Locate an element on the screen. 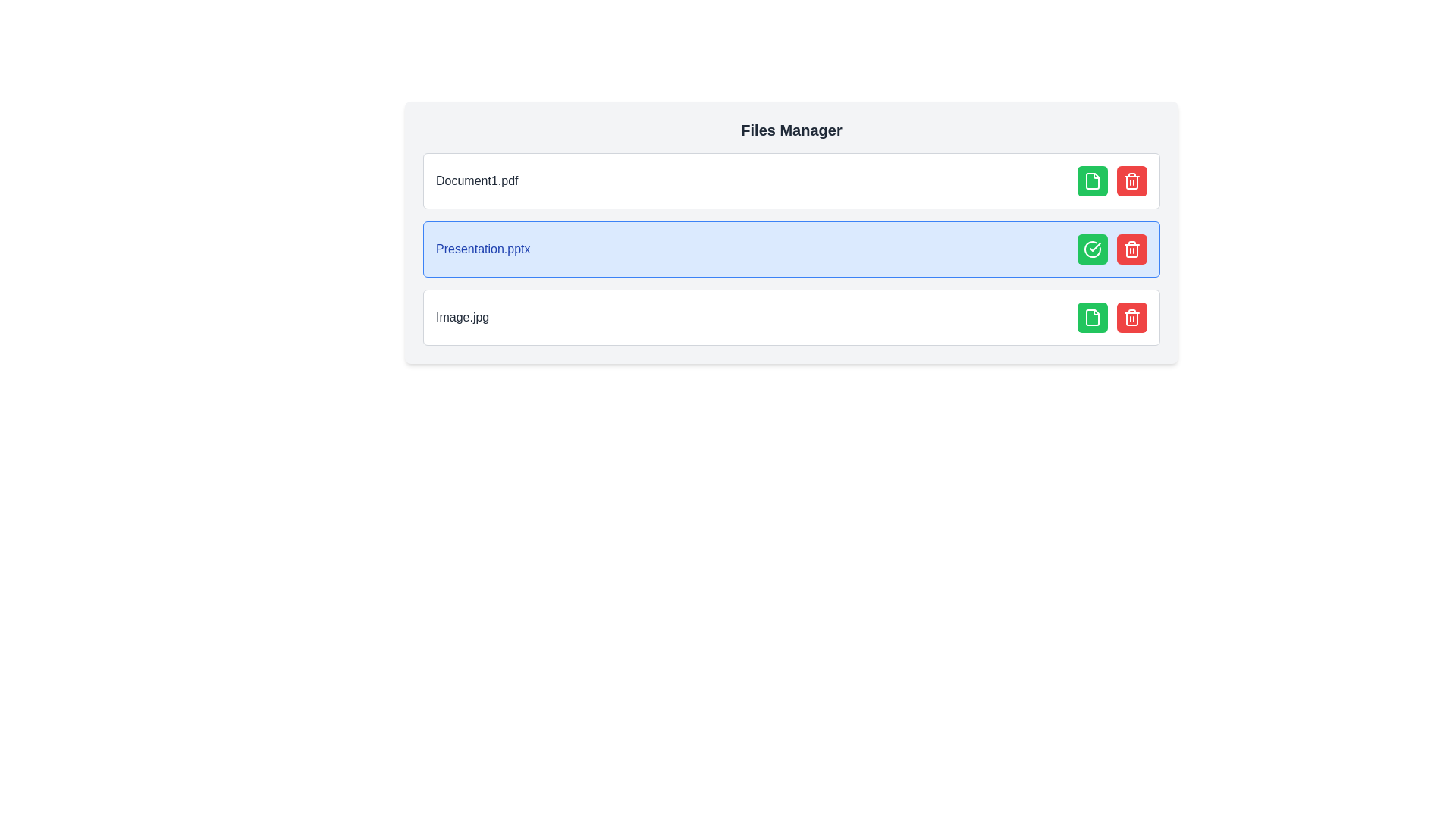 Image resolution: width=1456 pixels, height=819 pixels. the green button with a document icon is located at coordinates (1092, 317).